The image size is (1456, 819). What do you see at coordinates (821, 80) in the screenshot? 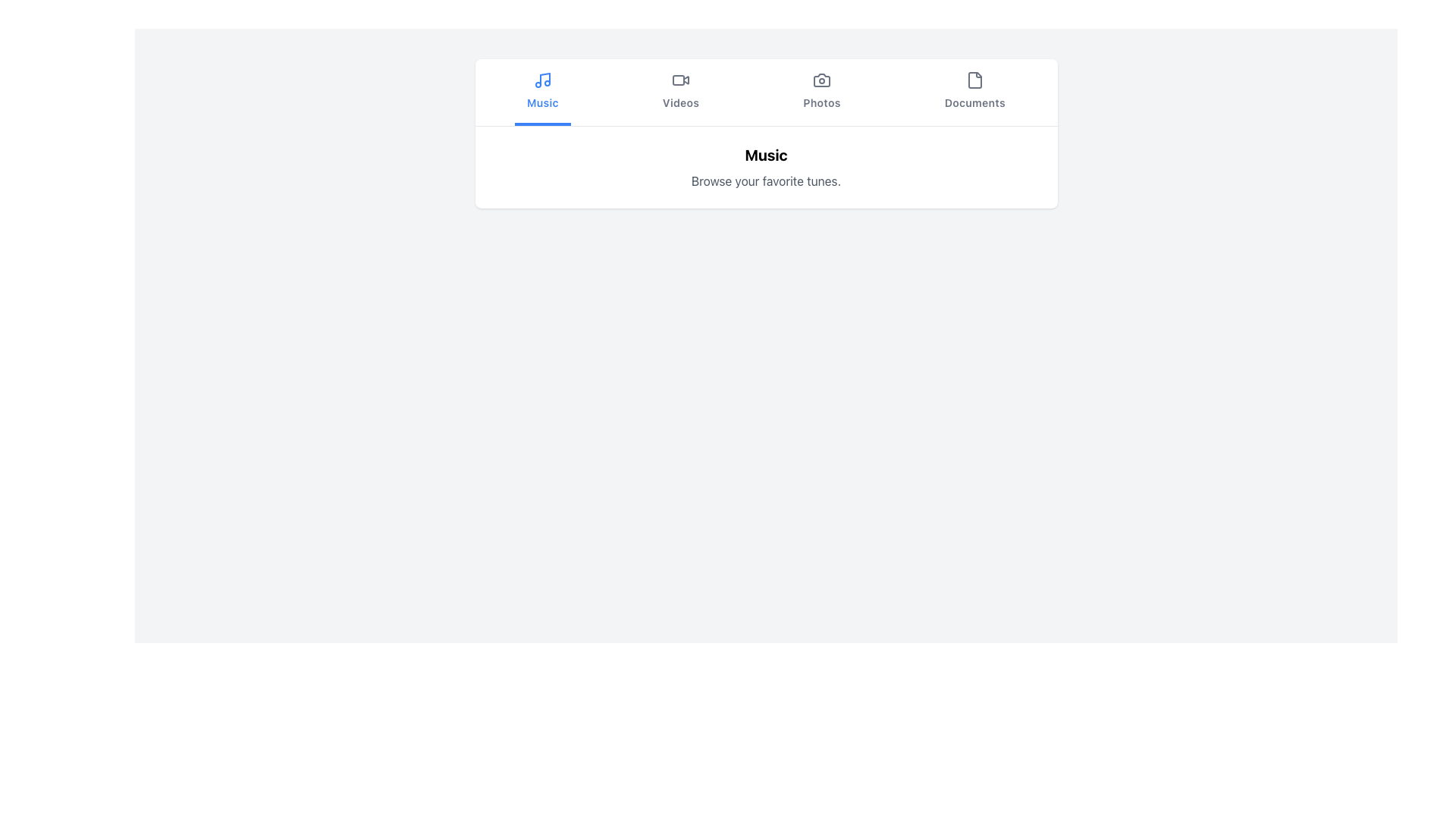
I see `the camera icon in the 'Photos' navigation tab, which serves as an illustrative icon helping users identify its functionality` at bounding box center [821, 80].